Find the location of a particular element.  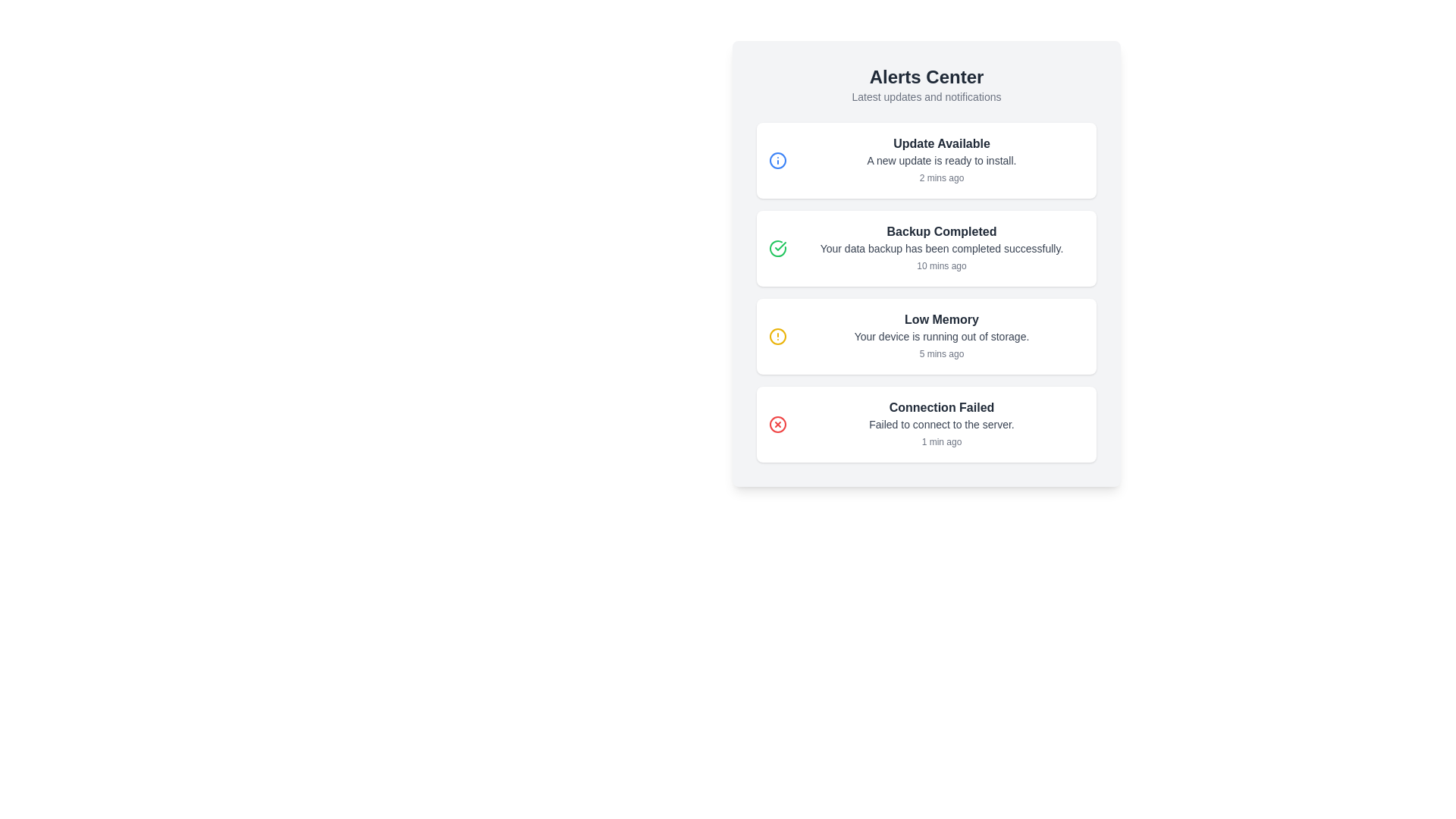

text label providing details about the notification titled 'Low Memory', which informs the user about the device running low on storage, positioned below the title and above the timestamp is located at coordinates (941, 335).